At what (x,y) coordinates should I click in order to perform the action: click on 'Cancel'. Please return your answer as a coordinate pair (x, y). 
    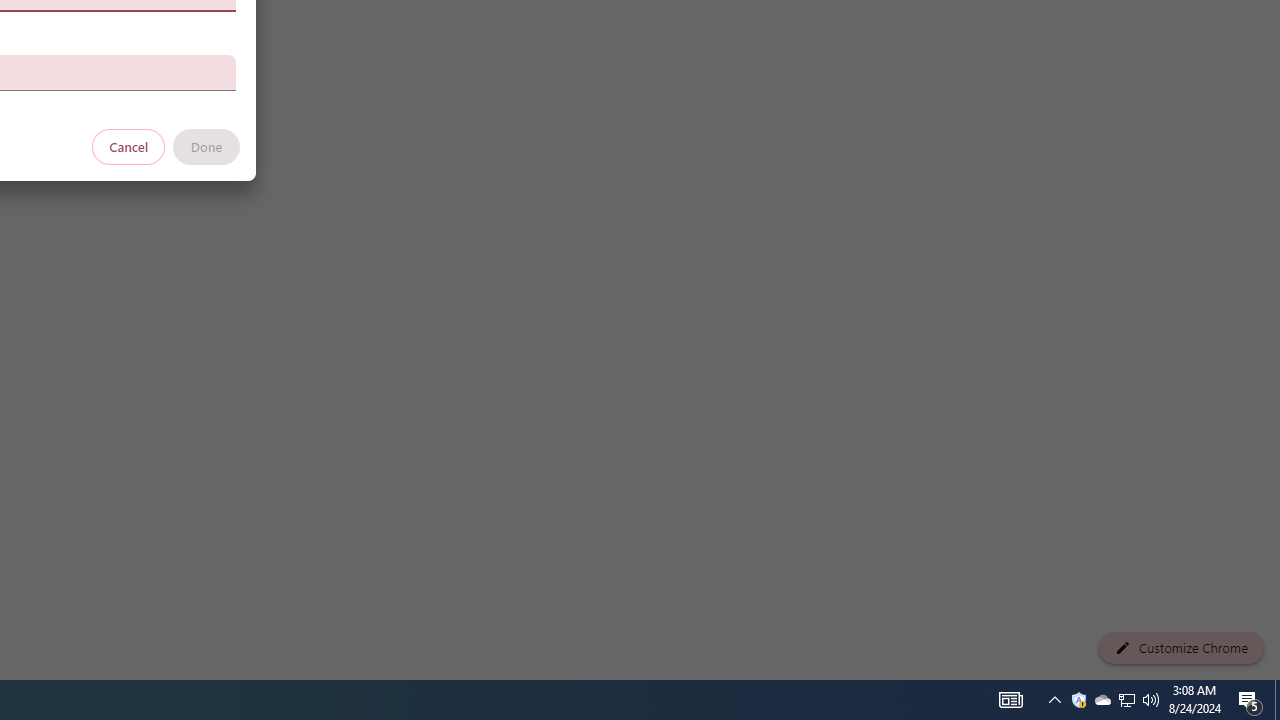
    Looking at the image, I should click on (128, 145).